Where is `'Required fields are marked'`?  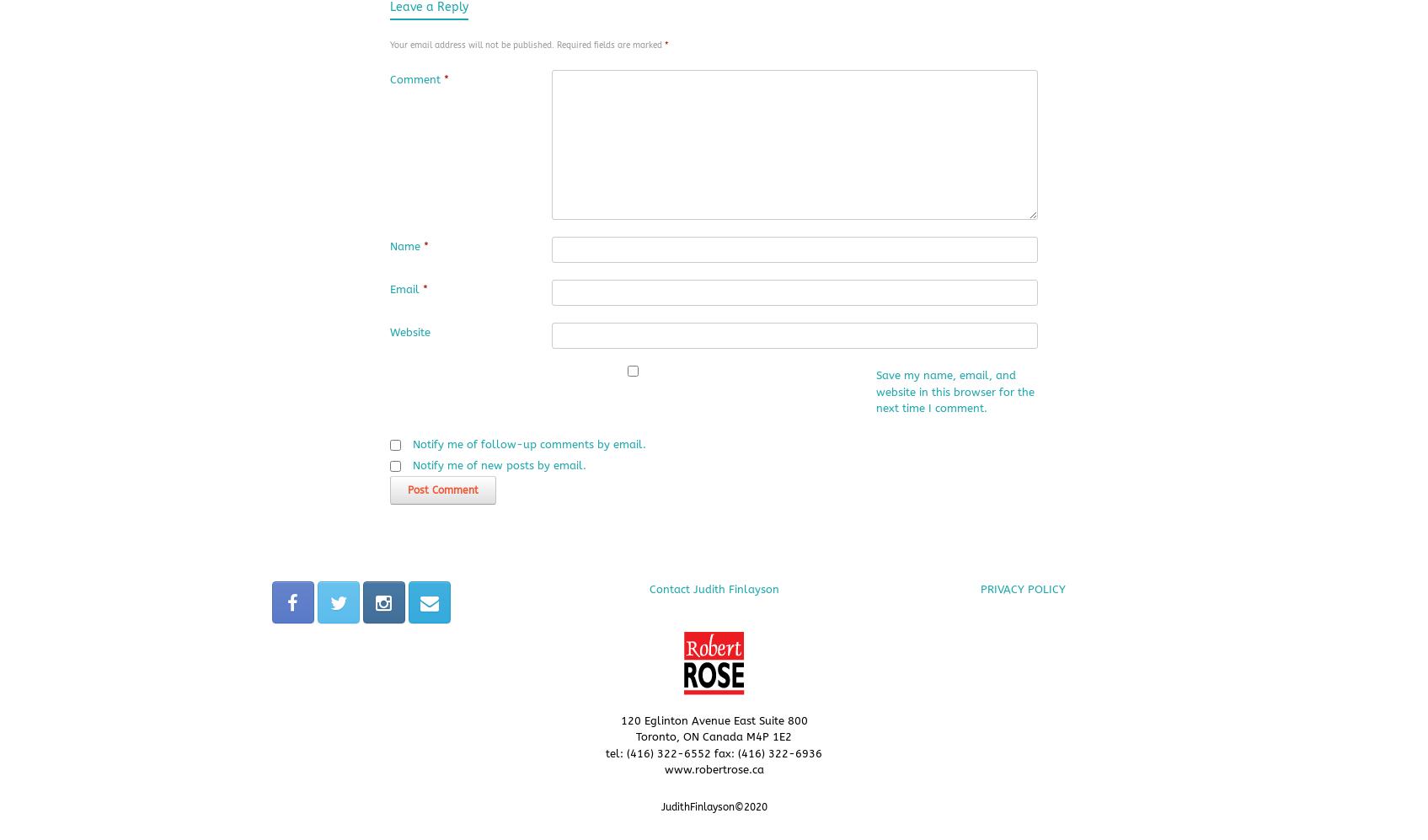 'Required fields are marked' is located at coordinates (556, 43).